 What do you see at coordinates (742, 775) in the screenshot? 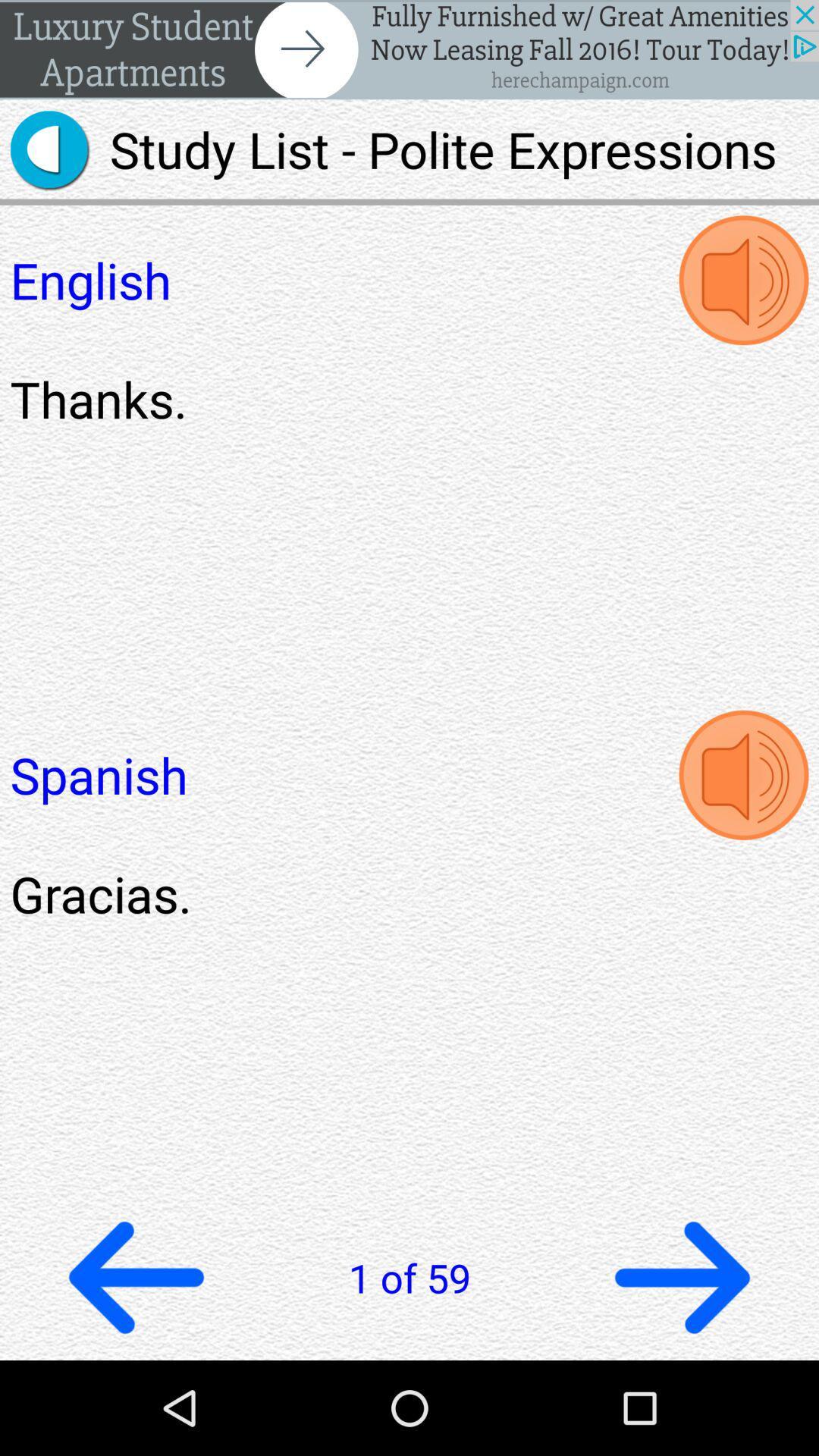
I see `listen to spanish audio` at bounding box center [742, 775].